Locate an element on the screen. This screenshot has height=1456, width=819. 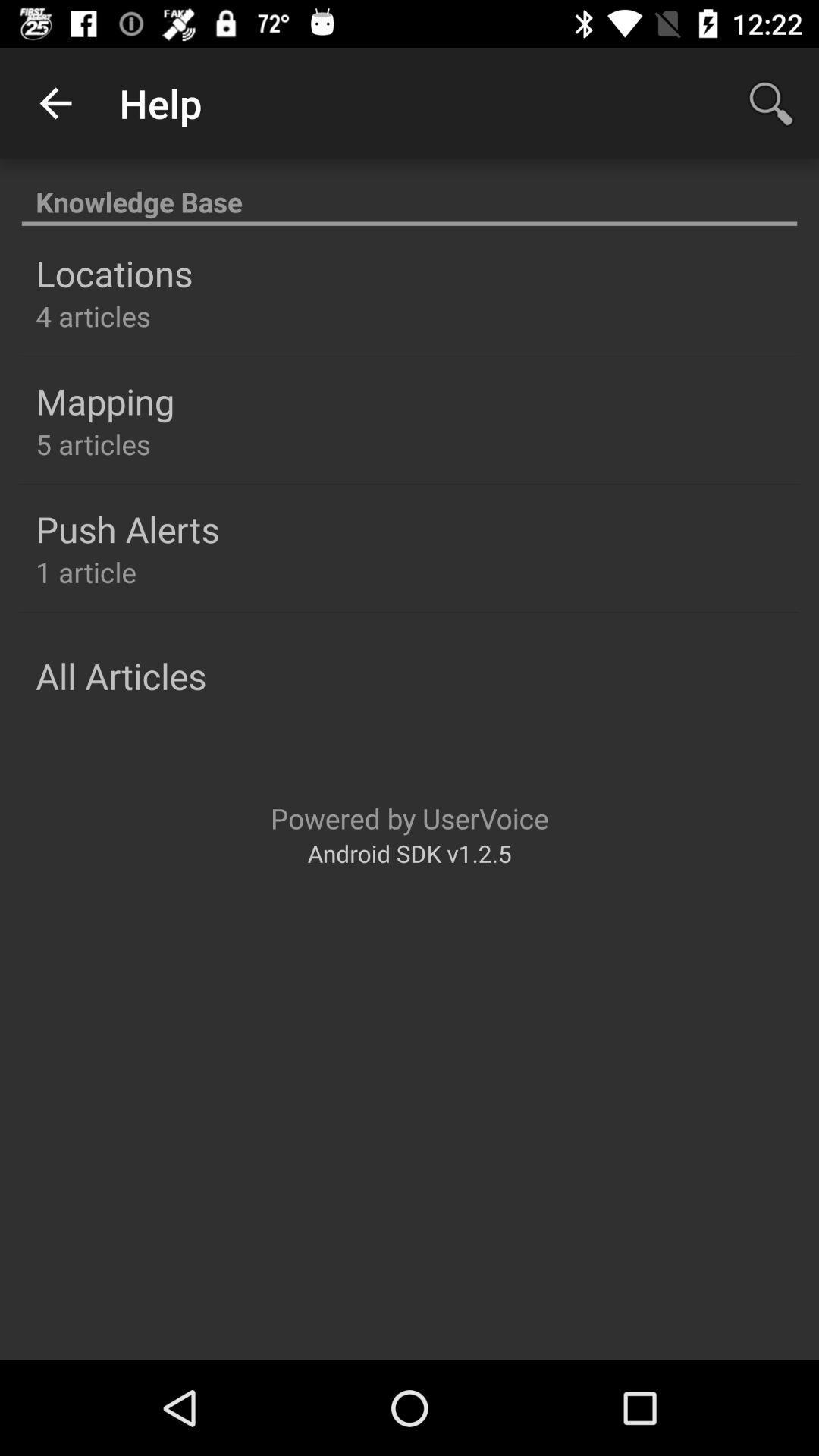
app next to the help is located at coordinates (55, 102).